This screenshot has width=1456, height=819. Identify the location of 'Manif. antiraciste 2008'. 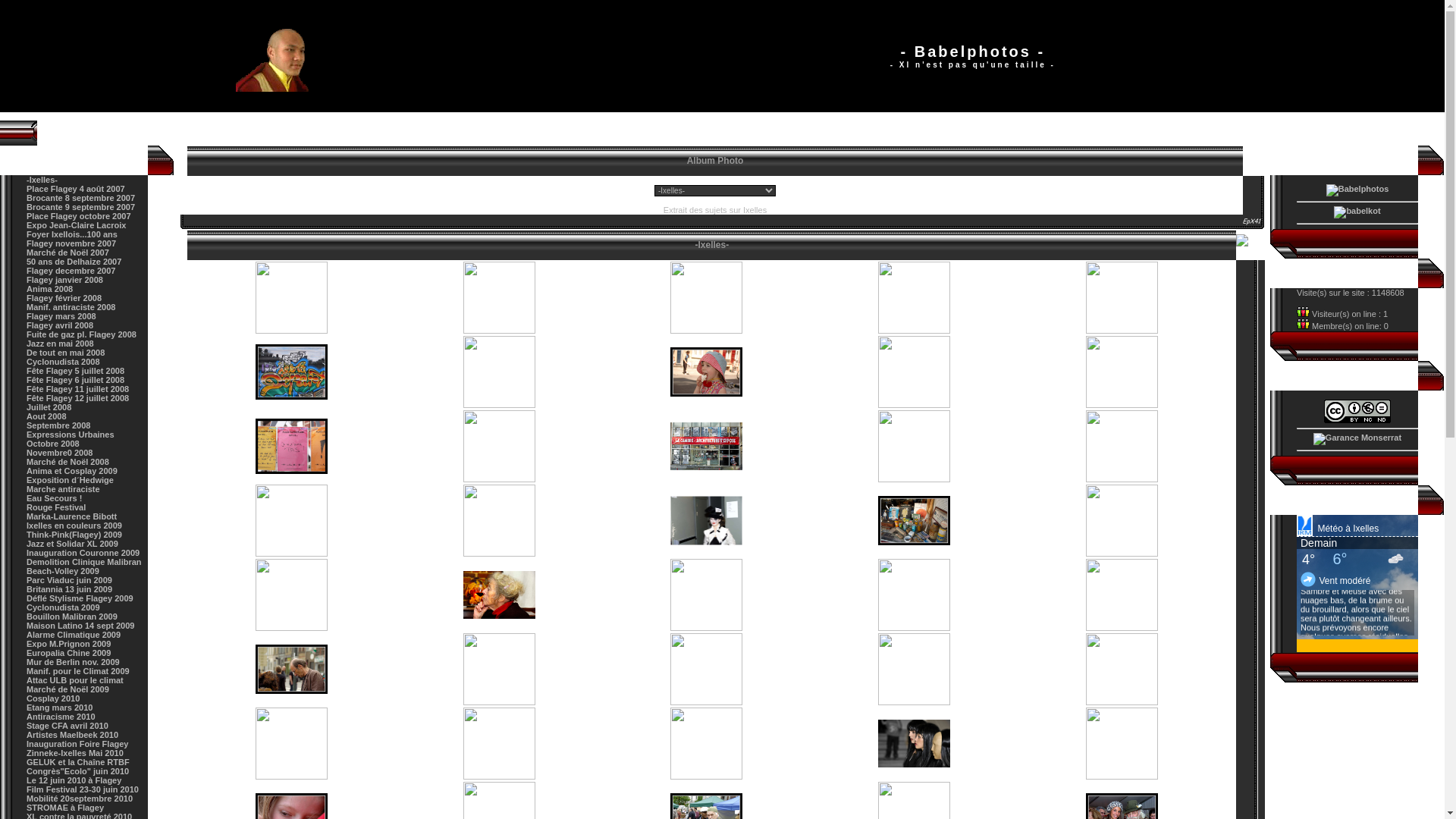
(70, 307).